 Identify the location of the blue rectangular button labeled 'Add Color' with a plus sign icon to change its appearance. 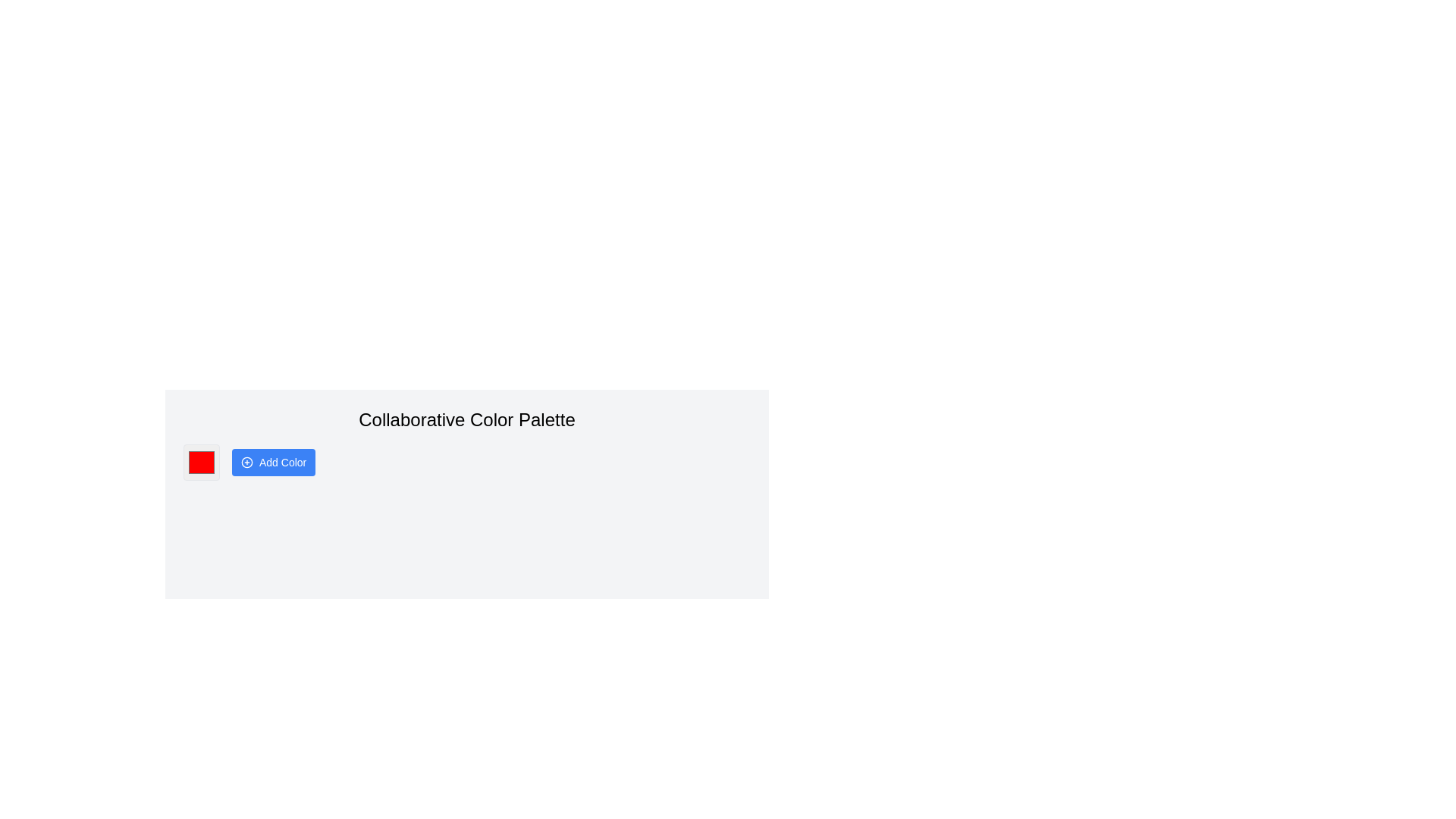
(274, 461).